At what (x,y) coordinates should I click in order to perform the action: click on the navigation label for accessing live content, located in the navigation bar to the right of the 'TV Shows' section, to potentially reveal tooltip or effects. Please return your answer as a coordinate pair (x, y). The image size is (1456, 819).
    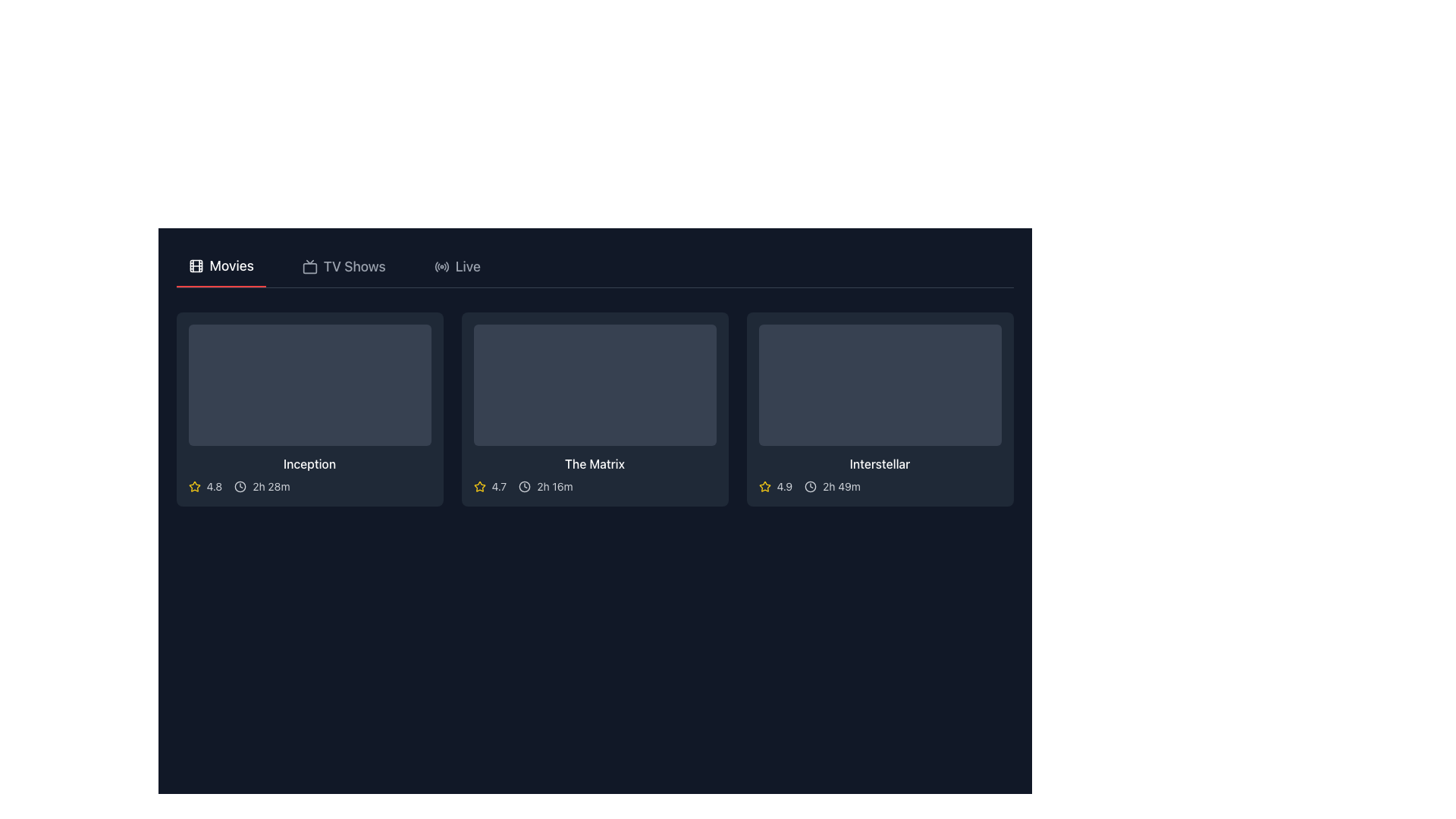
    Looking at the image, I should click on (467, 265).